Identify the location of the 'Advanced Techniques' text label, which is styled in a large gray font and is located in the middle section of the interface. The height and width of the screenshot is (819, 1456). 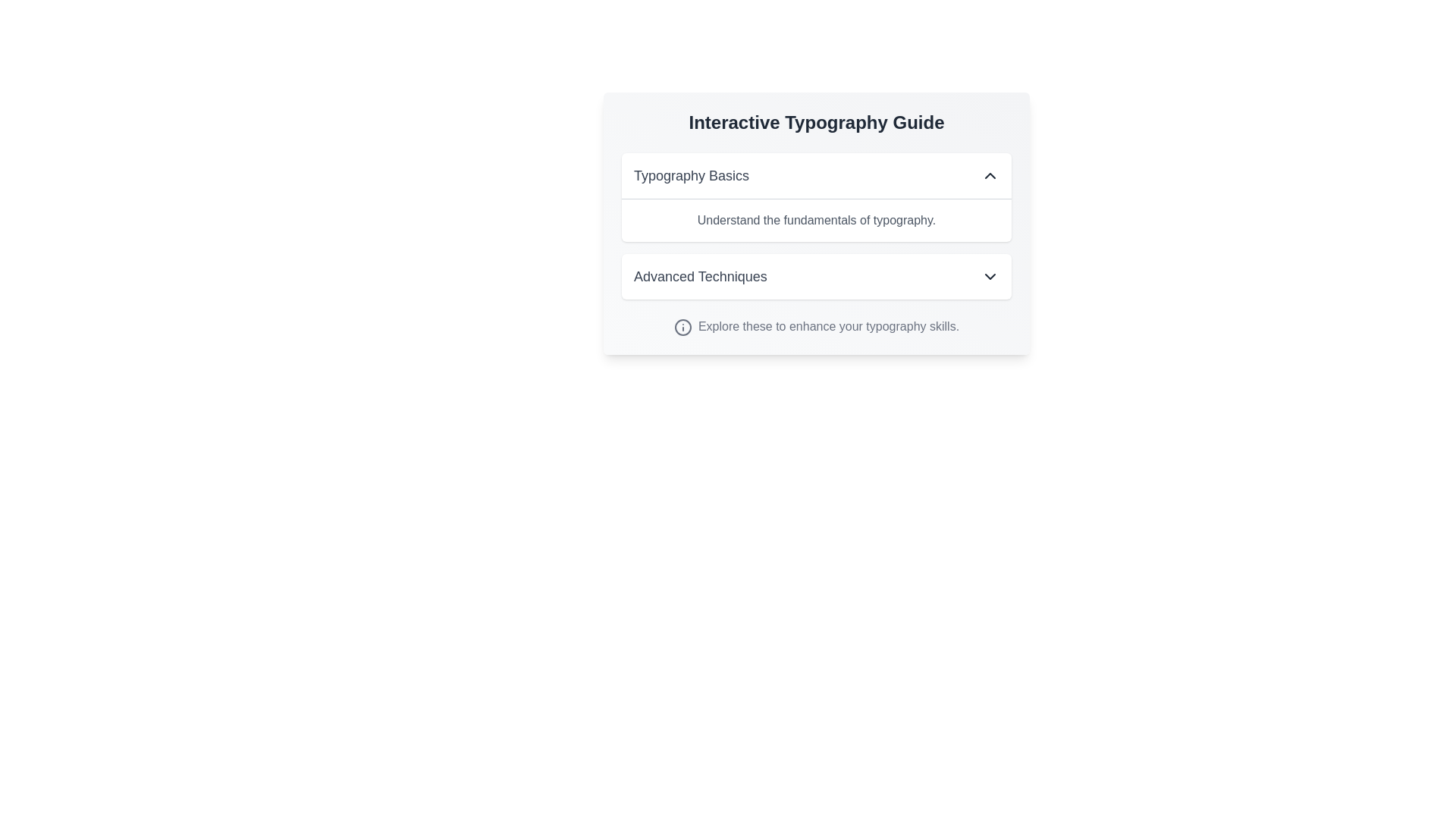
(699, 277).